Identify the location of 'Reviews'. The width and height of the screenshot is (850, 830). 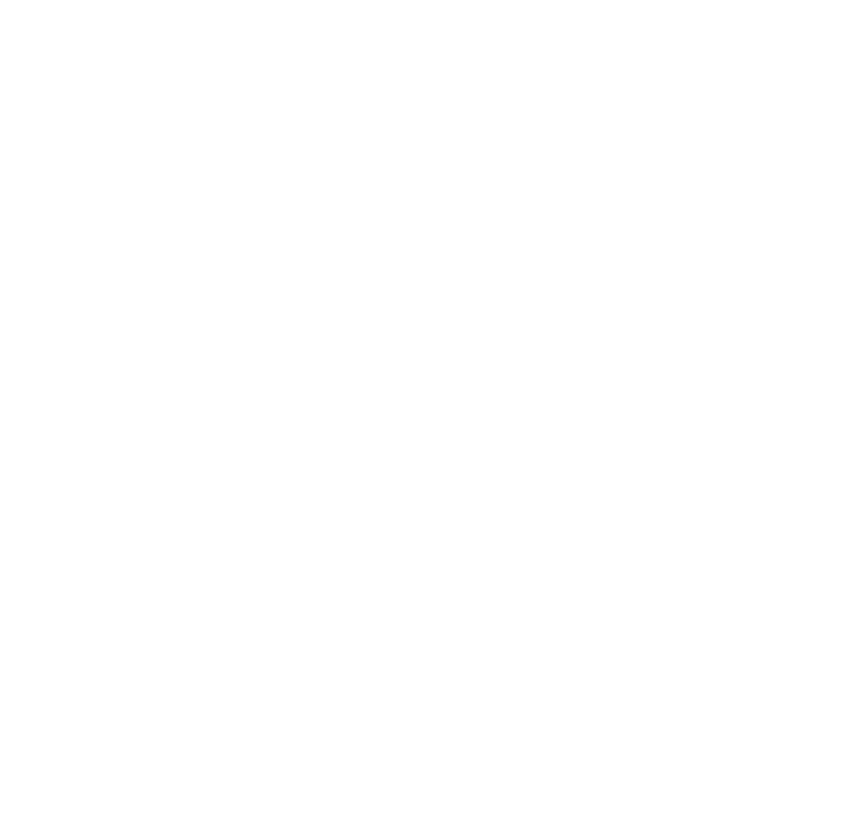
(166, 83).